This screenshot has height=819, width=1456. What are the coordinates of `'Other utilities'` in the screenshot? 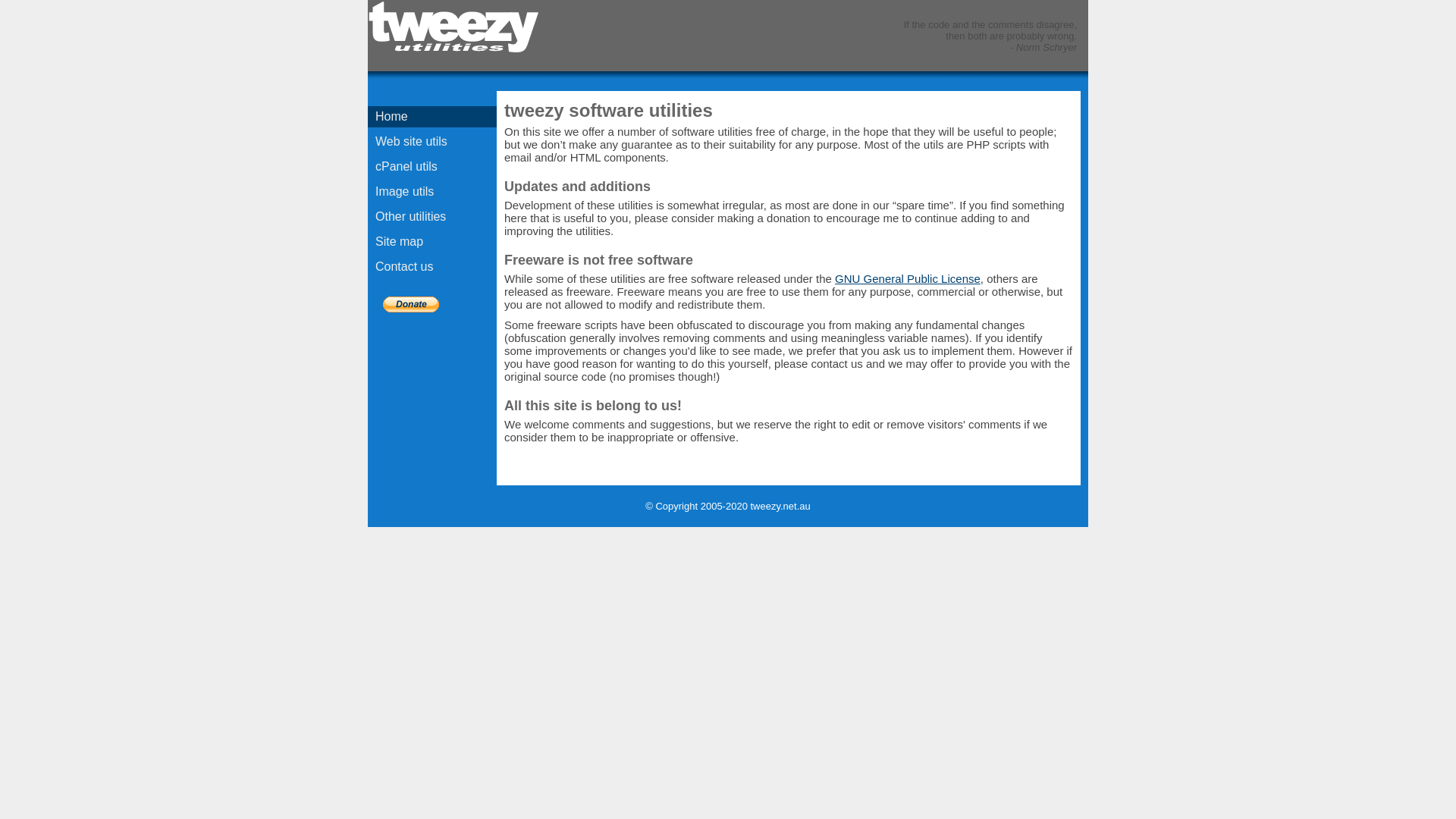 It's located at (431, 216).